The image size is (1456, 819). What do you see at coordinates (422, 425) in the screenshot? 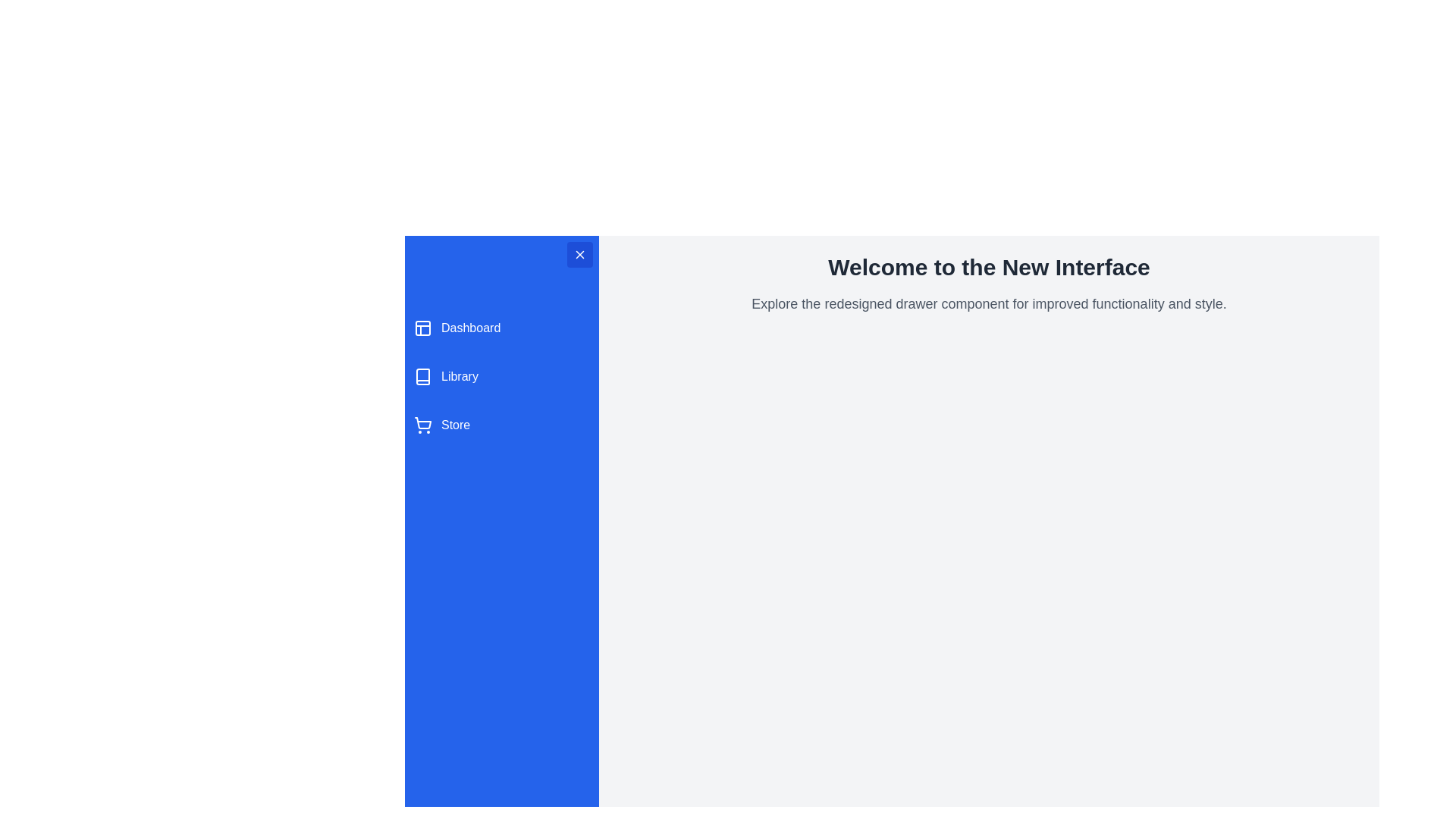
I see `the shopping cart icon, which is styled with a minimalist outline in white against a blue background, located within the 'Store' button on the left-side navigation menu` at bounding box center [422, 425].